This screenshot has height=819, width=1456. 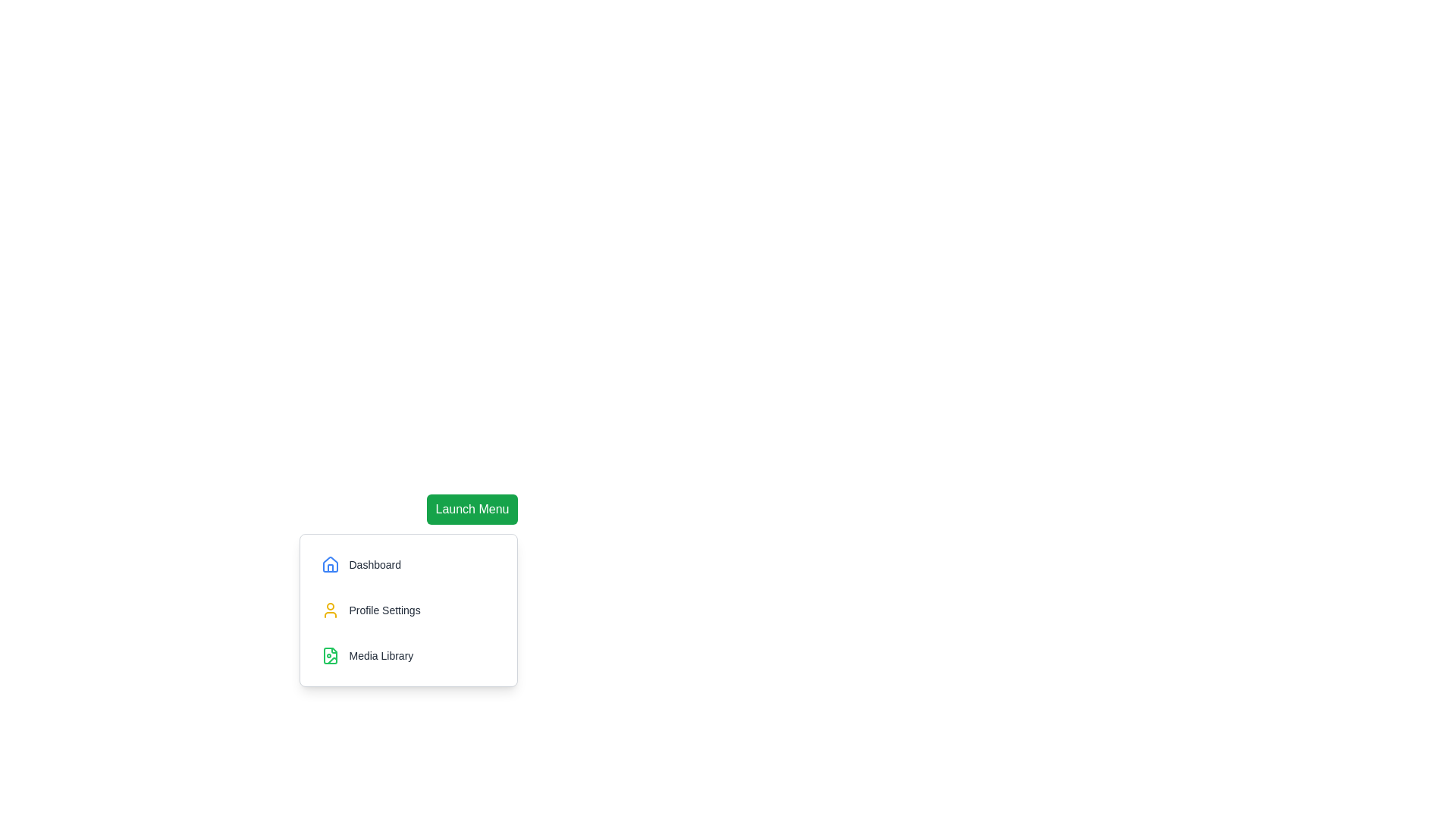 I want to click on the text label 'Profile Settings' in the vertical menu, which is positioned below 'Dashboard' and above 'Media Library', so click(x=384, y=610).